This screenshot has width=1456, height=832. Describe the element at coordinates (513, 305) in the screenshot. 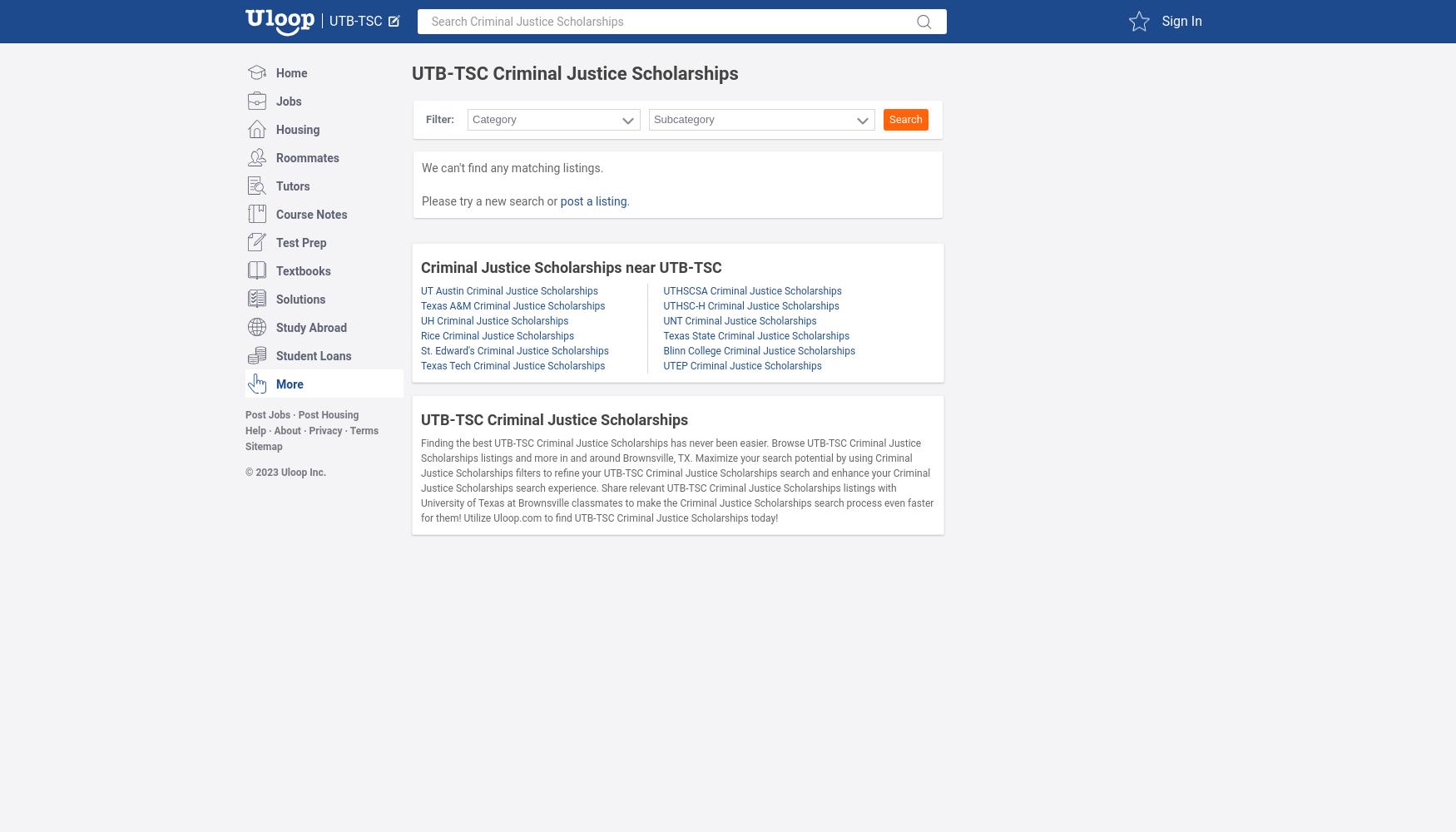

I see `'Texas A&M Criminal Justice Scholarships'` at that location.